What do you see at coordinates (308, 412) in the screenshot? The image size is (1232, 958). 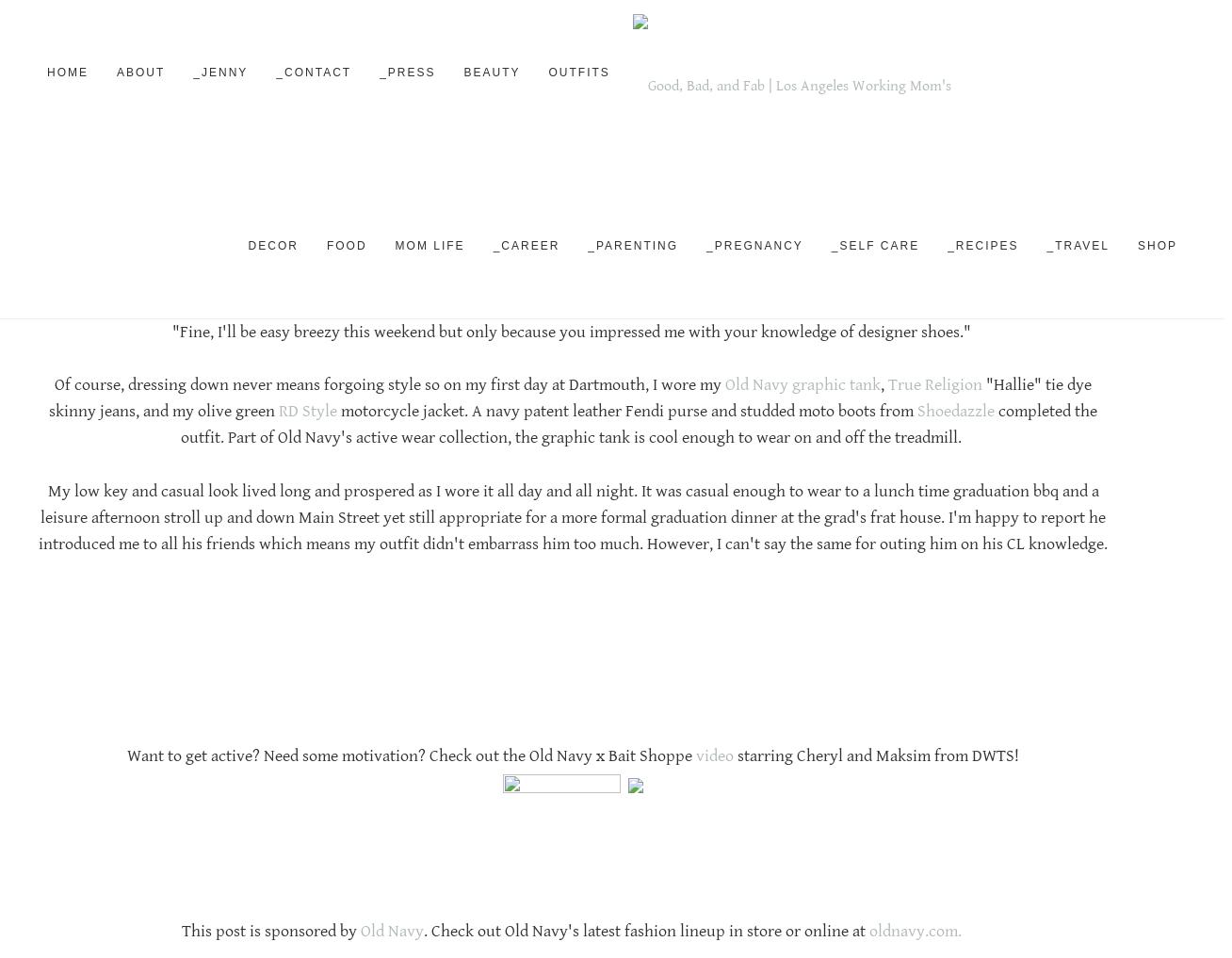 I see `'RD Style'` at bounding box center [308, 412].